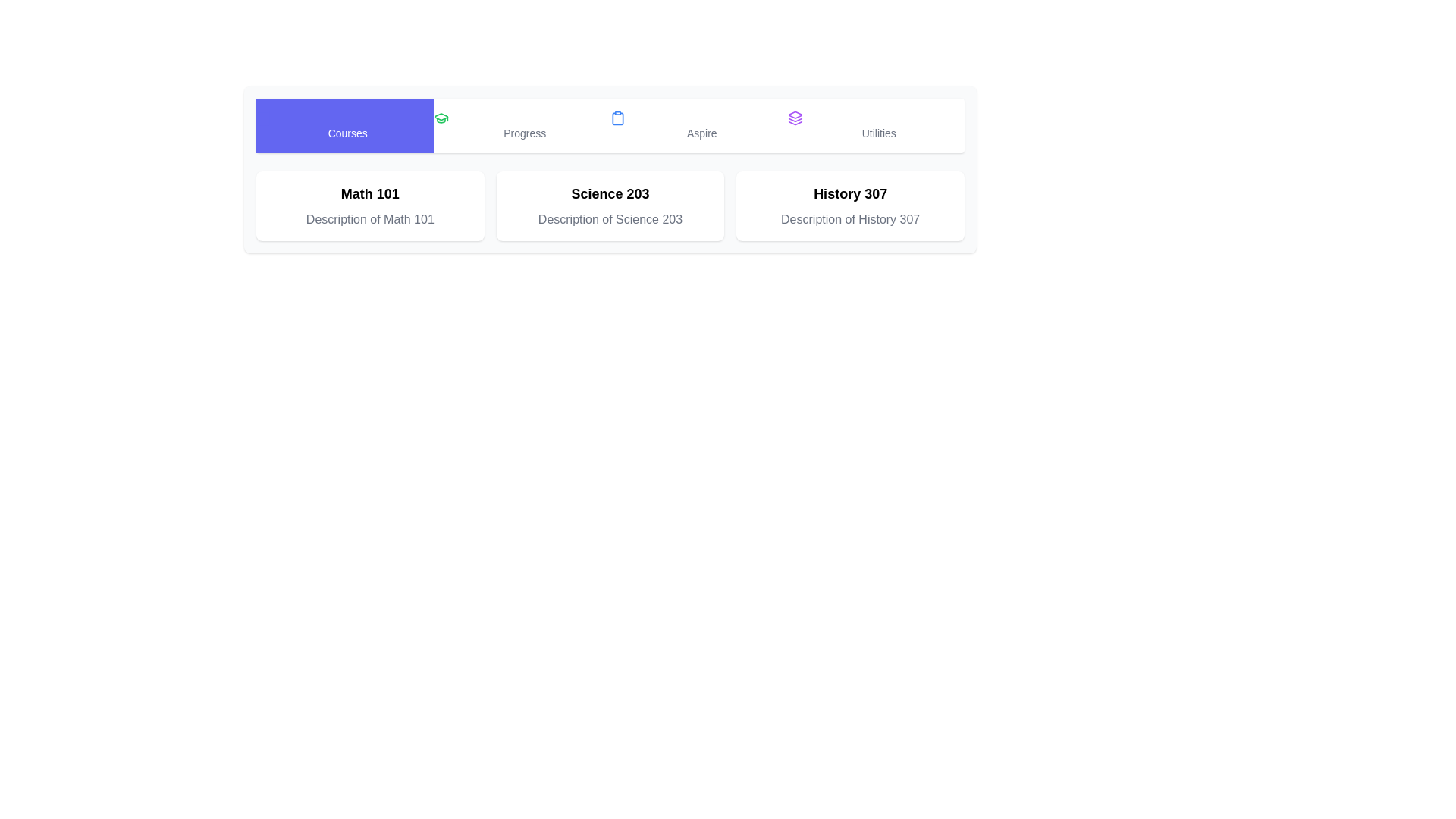  What do you see at coordinates (698, 124) in the screenshot?
I see `the 'Aspire' button, which features a blue clipboard icon and gray text, positioned between the 'Progress' and 'Utilities' sections in the horizontal list` at bounding box center [698, 124].